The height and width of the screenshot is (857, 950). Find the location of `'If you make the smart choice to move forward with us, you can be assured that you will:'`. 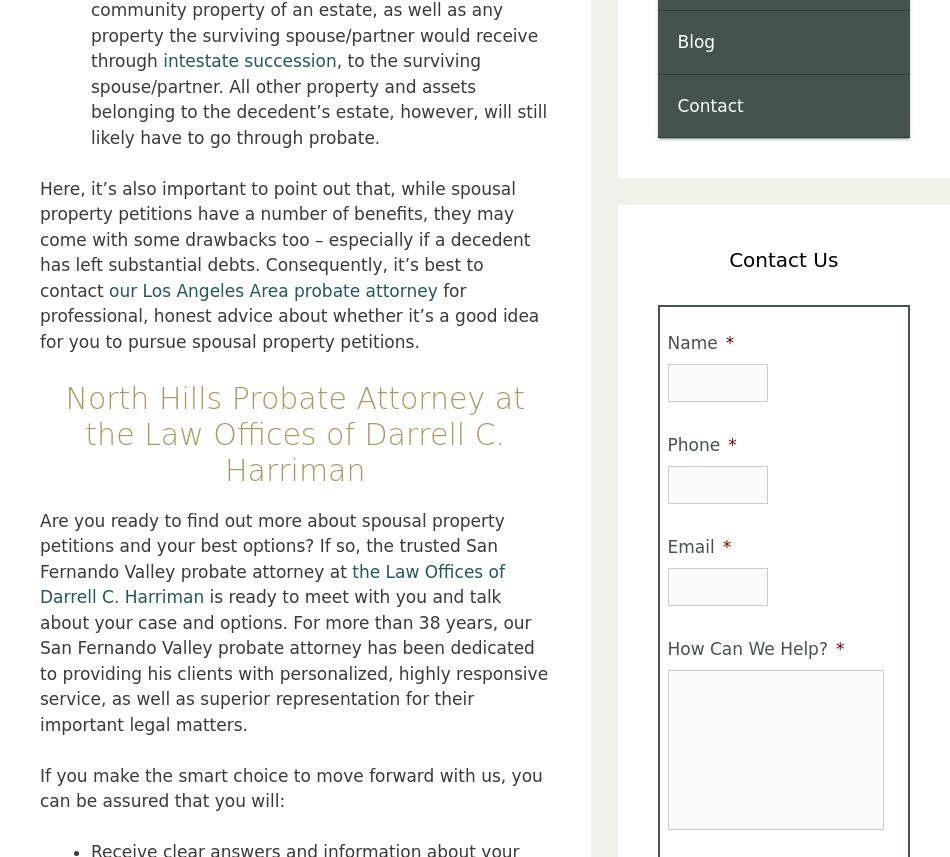

'If you make the smart choice to move forward with us, you can be assured that you will:' is located at coordinates (289, 788).